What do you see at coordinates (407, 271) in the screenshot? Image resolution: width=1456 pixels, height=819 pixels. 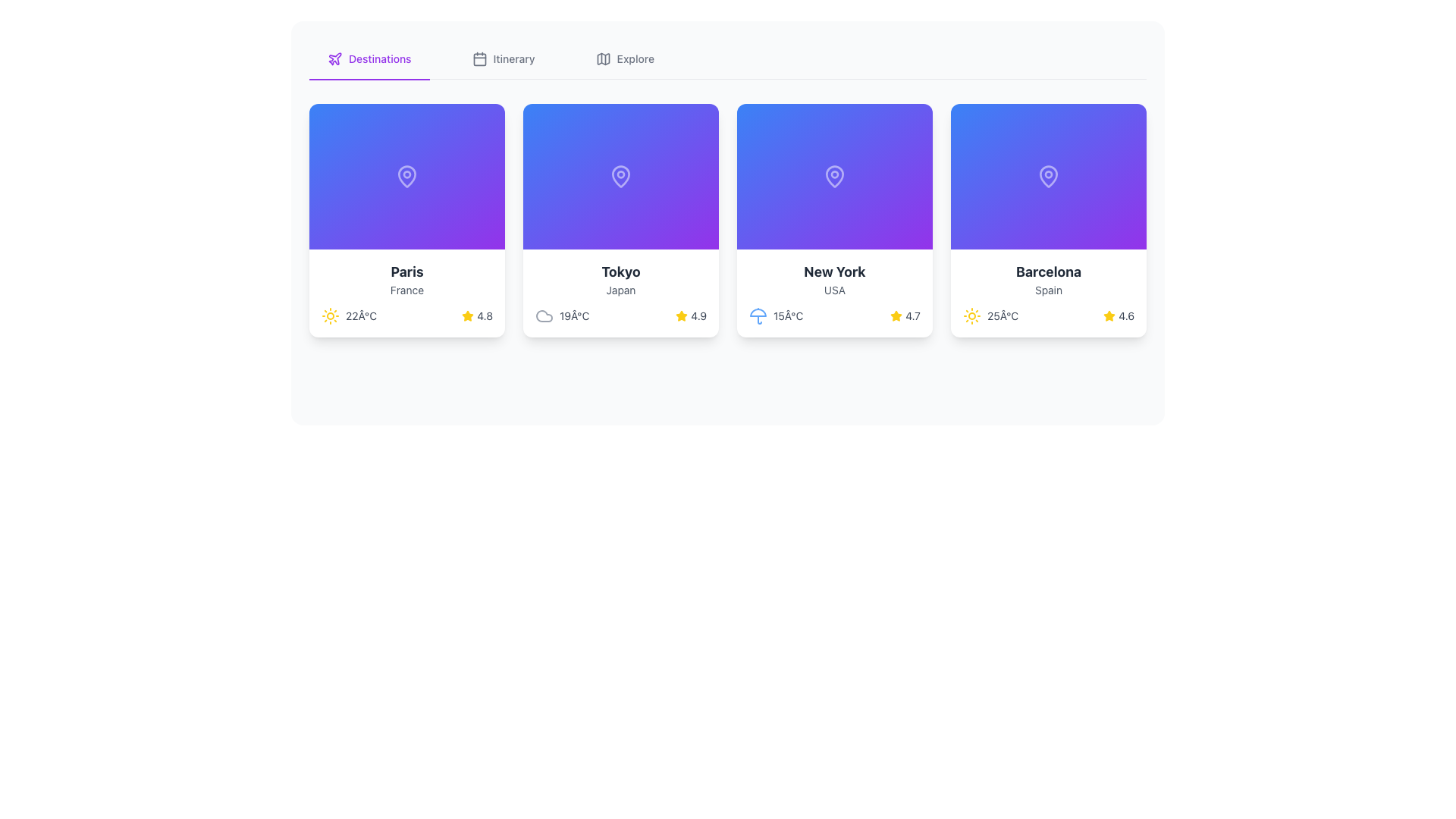 I see `text label displaying 'Paris' which is positioned centrally below the graphical representation of the city in the first city card` at bounding box center [407, 271].